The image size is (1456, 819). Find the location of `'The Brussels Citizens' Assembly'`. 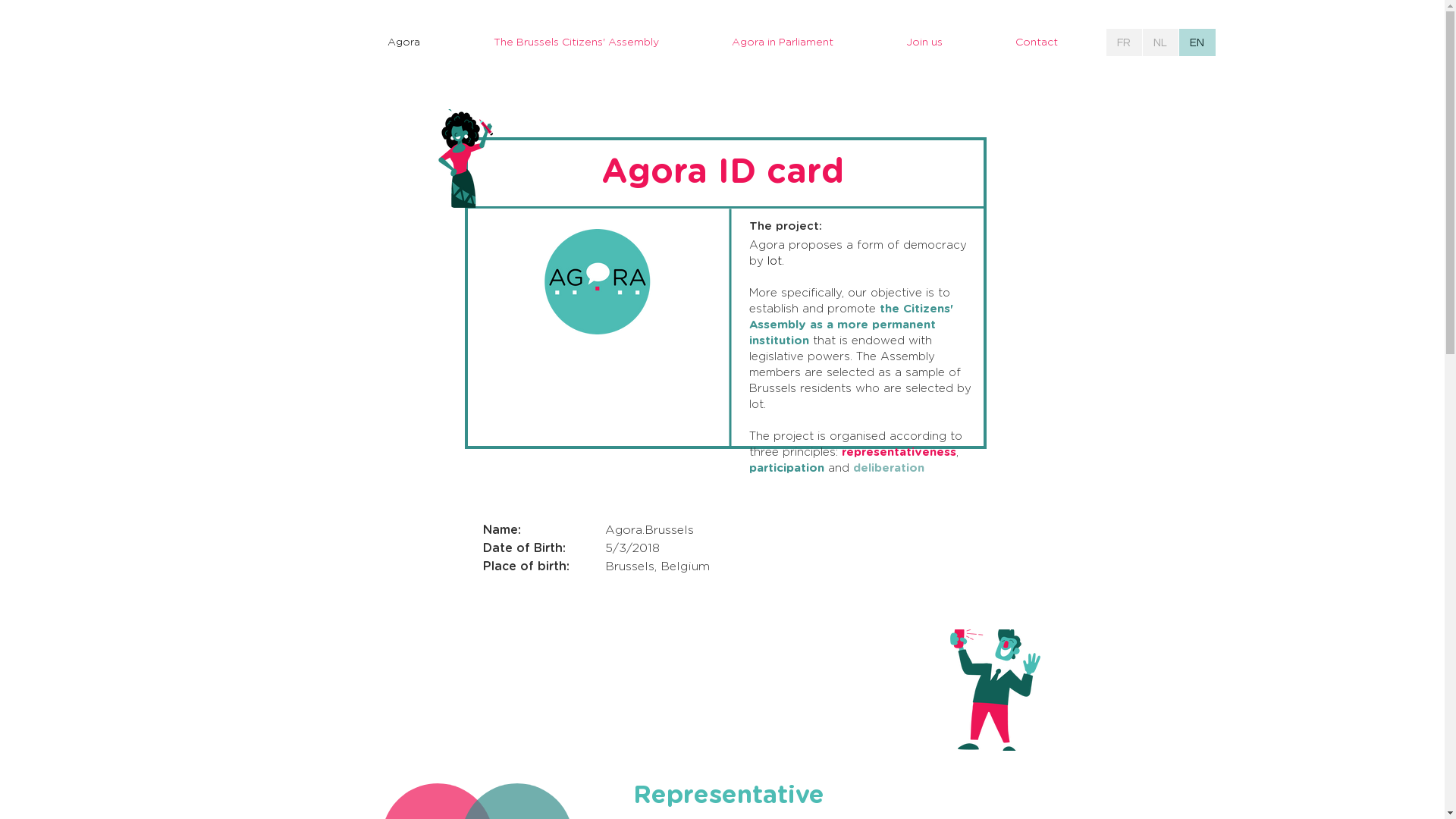

'The Brussels Citizens' Assembly' is located at coordinates (574, 42).